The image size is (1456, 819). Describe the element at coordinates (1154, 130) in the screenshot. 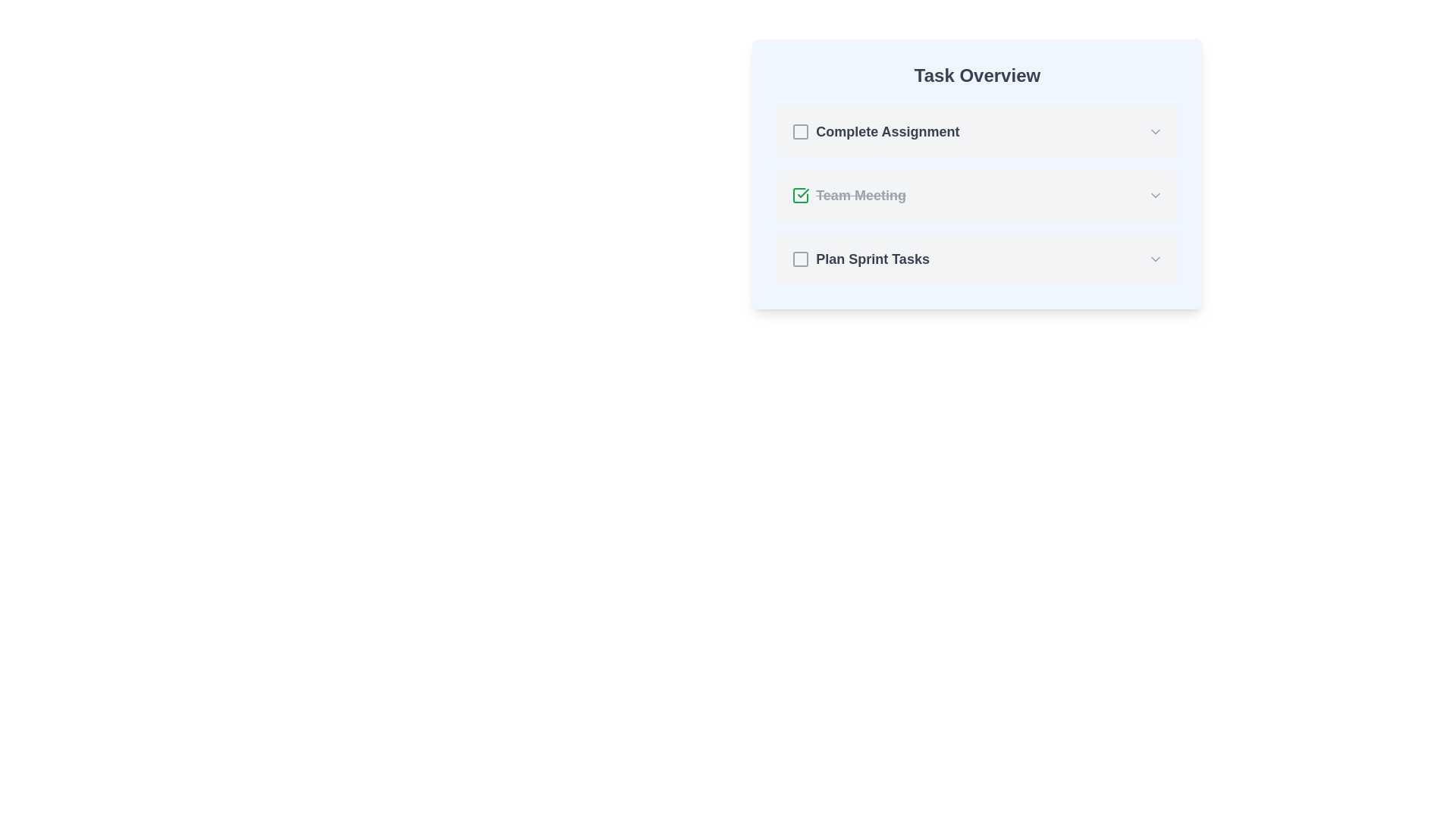

I see `the downward-pointing chevron icon in the top-right corner of the 'Complete Assignment' row within the 'Task Overview' section for visual feedback` at that location.